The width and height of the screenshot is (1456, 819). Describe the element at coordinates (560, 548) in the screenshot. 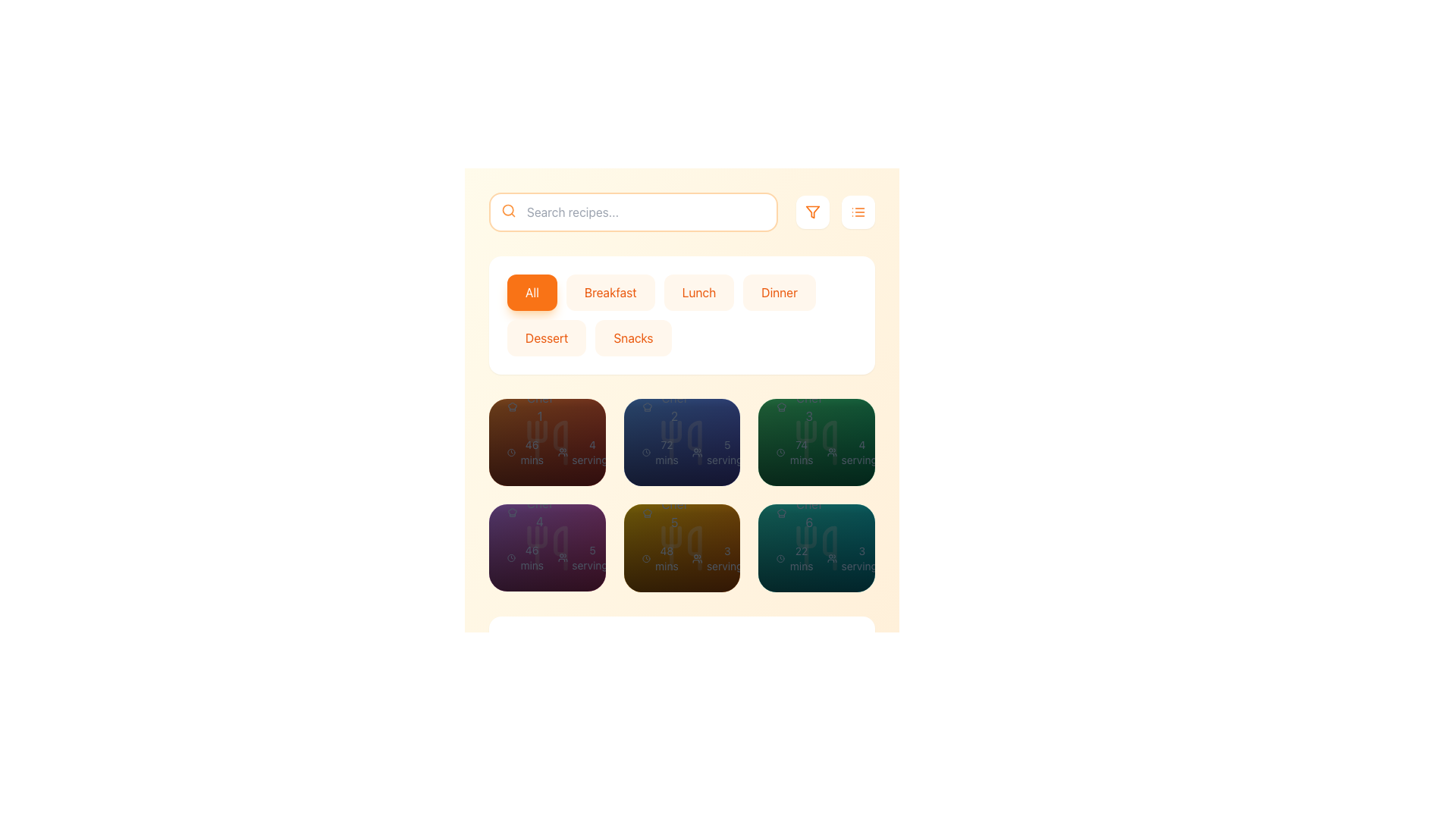

I see `rightmost segment of the utensil icon within the purple card in the second row of the grid for debugging purposes` at that location.